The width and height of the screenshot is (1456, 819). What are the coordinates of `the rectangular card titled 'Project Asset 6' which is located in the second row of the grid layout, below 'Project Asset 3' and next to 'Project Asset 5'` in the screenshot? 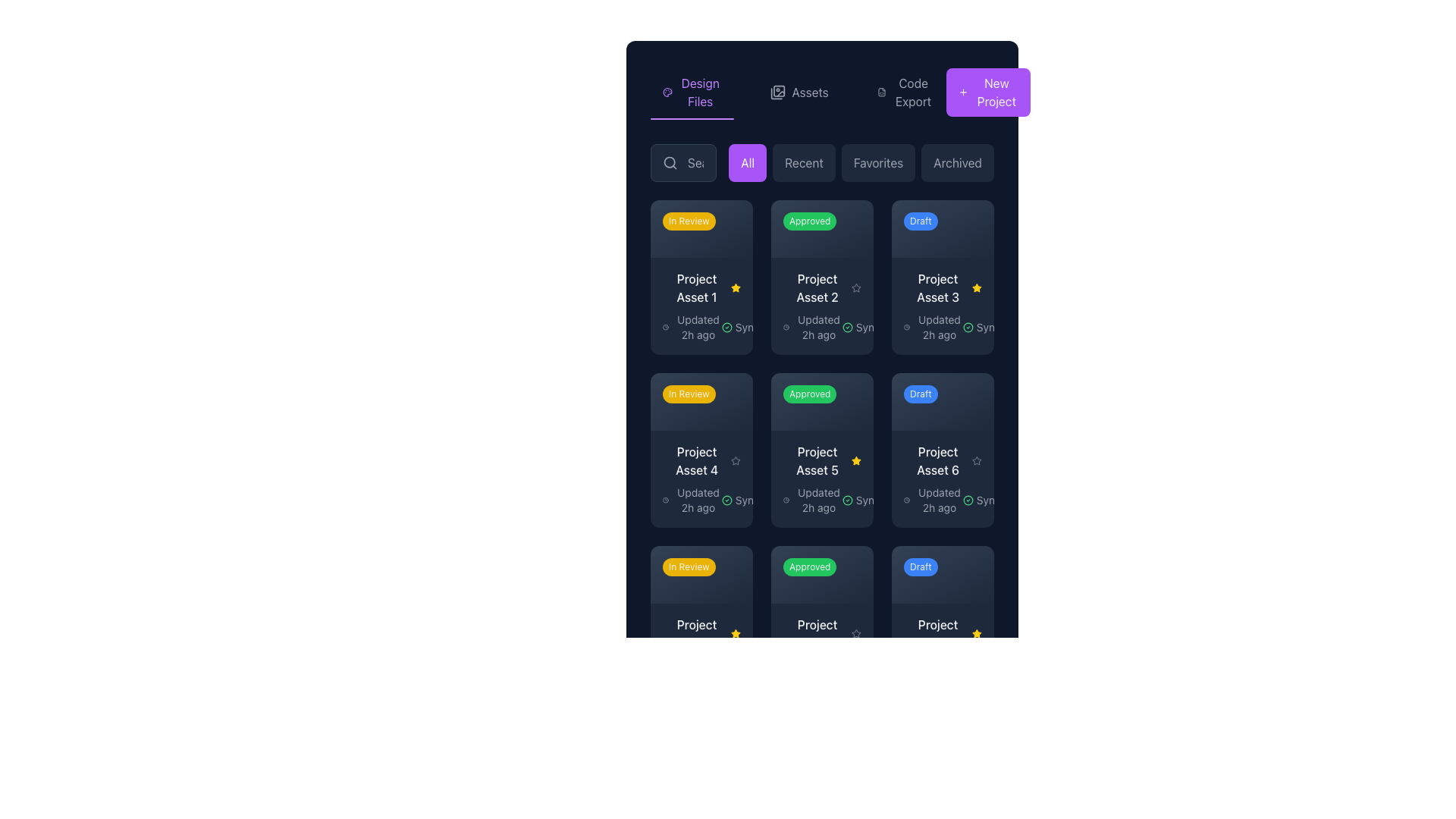 It's located at (942, 479).